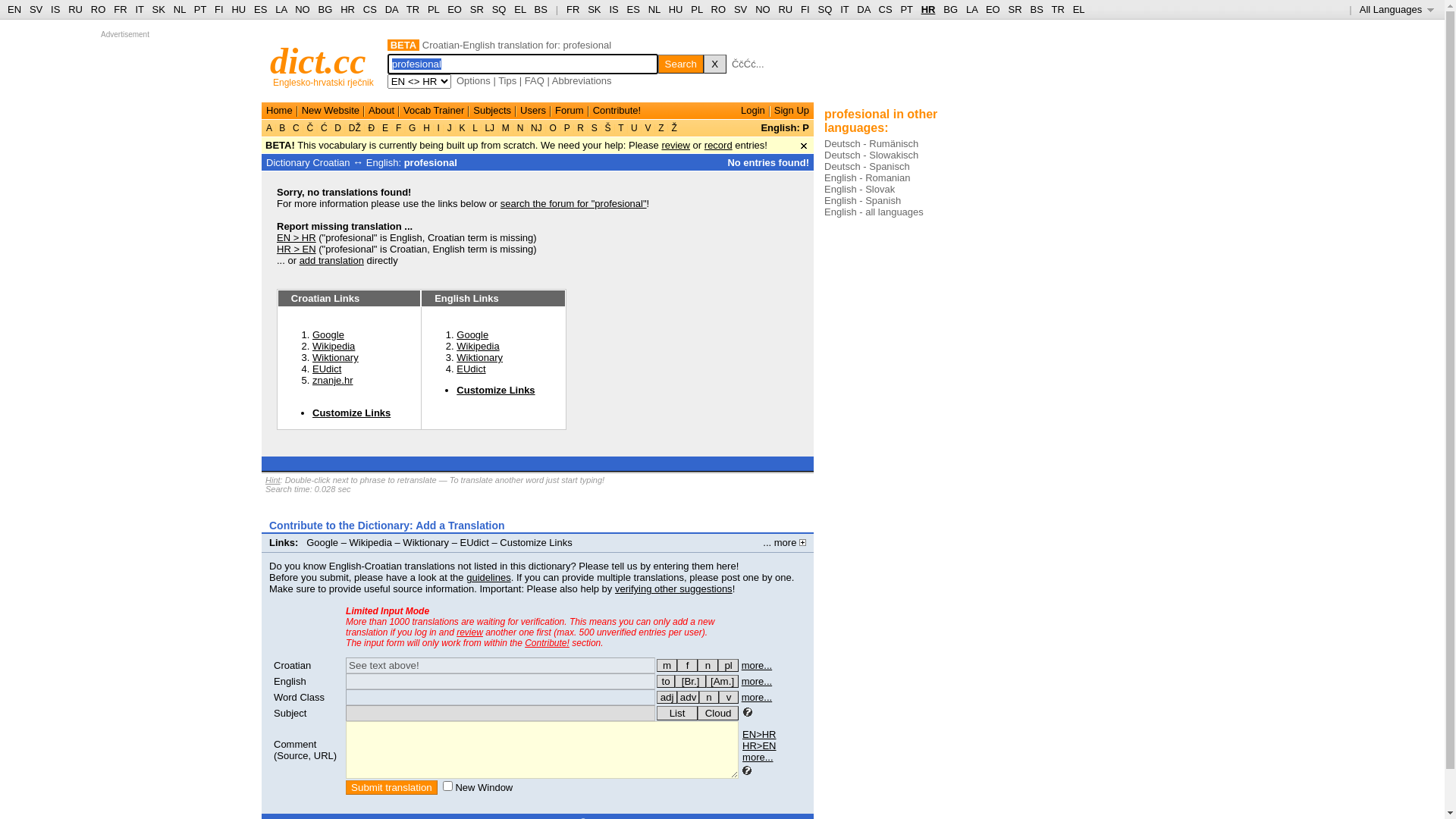  Describe the element at coordinates (859, 188) in the screenshot. I see `'English - Slovak'` at that location.